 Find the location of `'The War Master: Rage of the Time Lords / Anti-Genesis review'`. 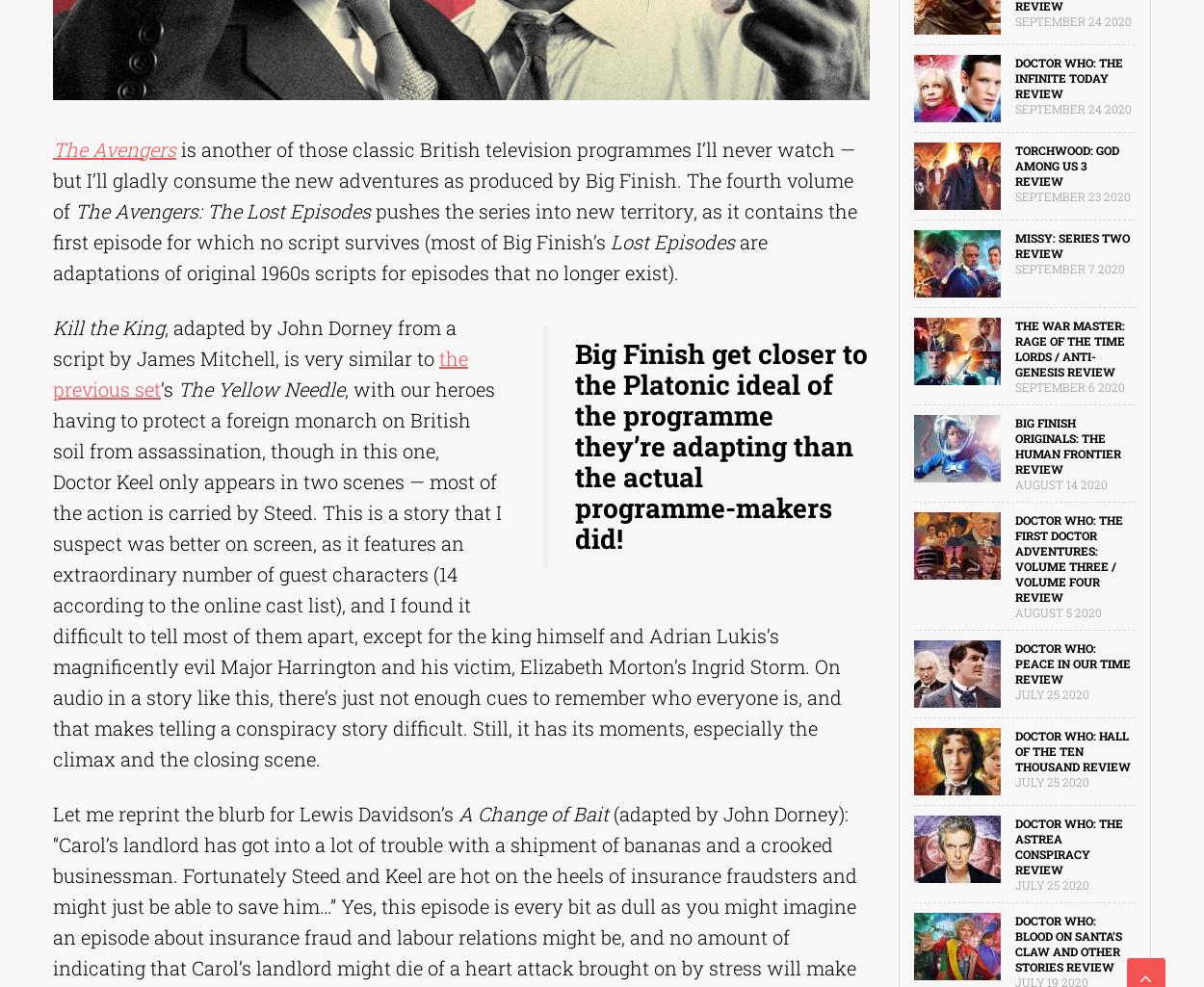

'The War Master: Rage of the Time Lords / Anti-Genesis review' is located at coordinates (1068, 348).